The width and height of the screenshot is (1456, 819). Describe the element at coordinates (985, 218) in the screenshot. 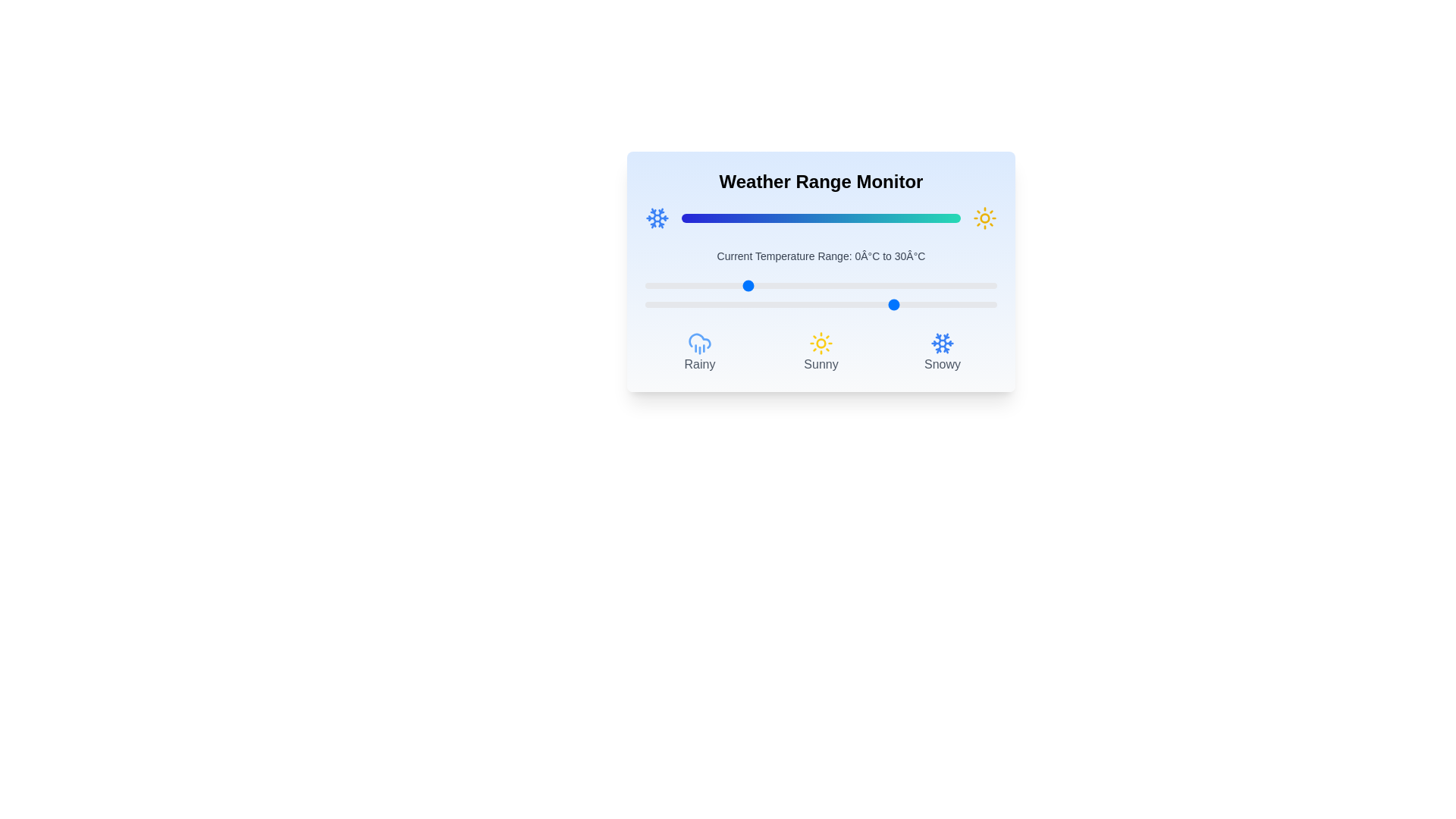

I see `the small circular SVG shape that represents a sun symbol in the Weather Range Monitor interface, located at the top-right corner of the temperature range display` at that location.